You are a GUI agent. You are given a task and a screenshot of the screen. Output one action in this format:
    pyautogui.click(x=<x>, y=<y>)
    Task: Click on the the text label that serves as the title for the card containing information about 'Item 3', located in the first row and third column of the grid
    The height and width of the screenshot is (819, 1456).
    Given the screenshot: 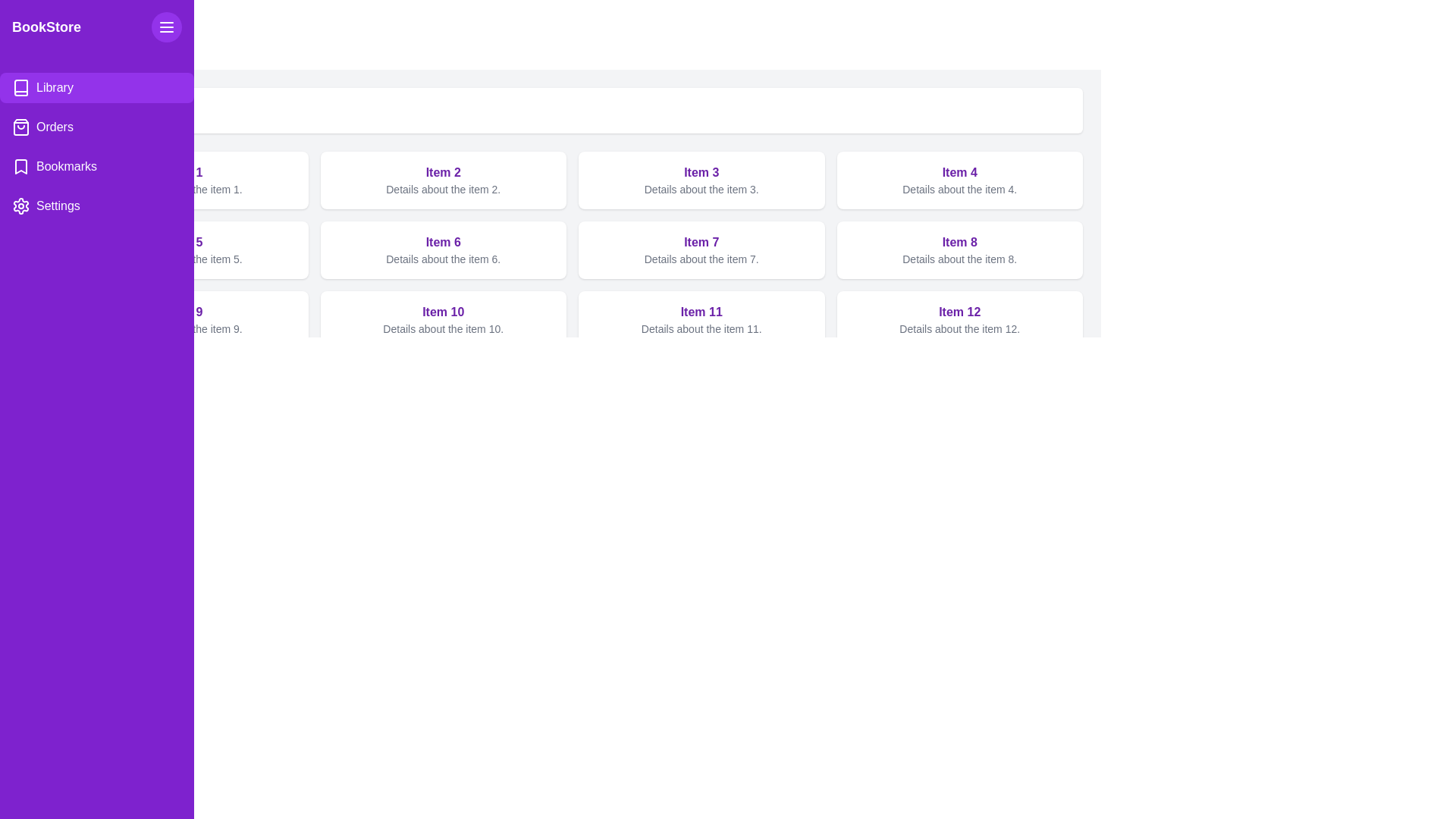 What is the action you would take?
    pyautogui.click(x=701, y=171)
    